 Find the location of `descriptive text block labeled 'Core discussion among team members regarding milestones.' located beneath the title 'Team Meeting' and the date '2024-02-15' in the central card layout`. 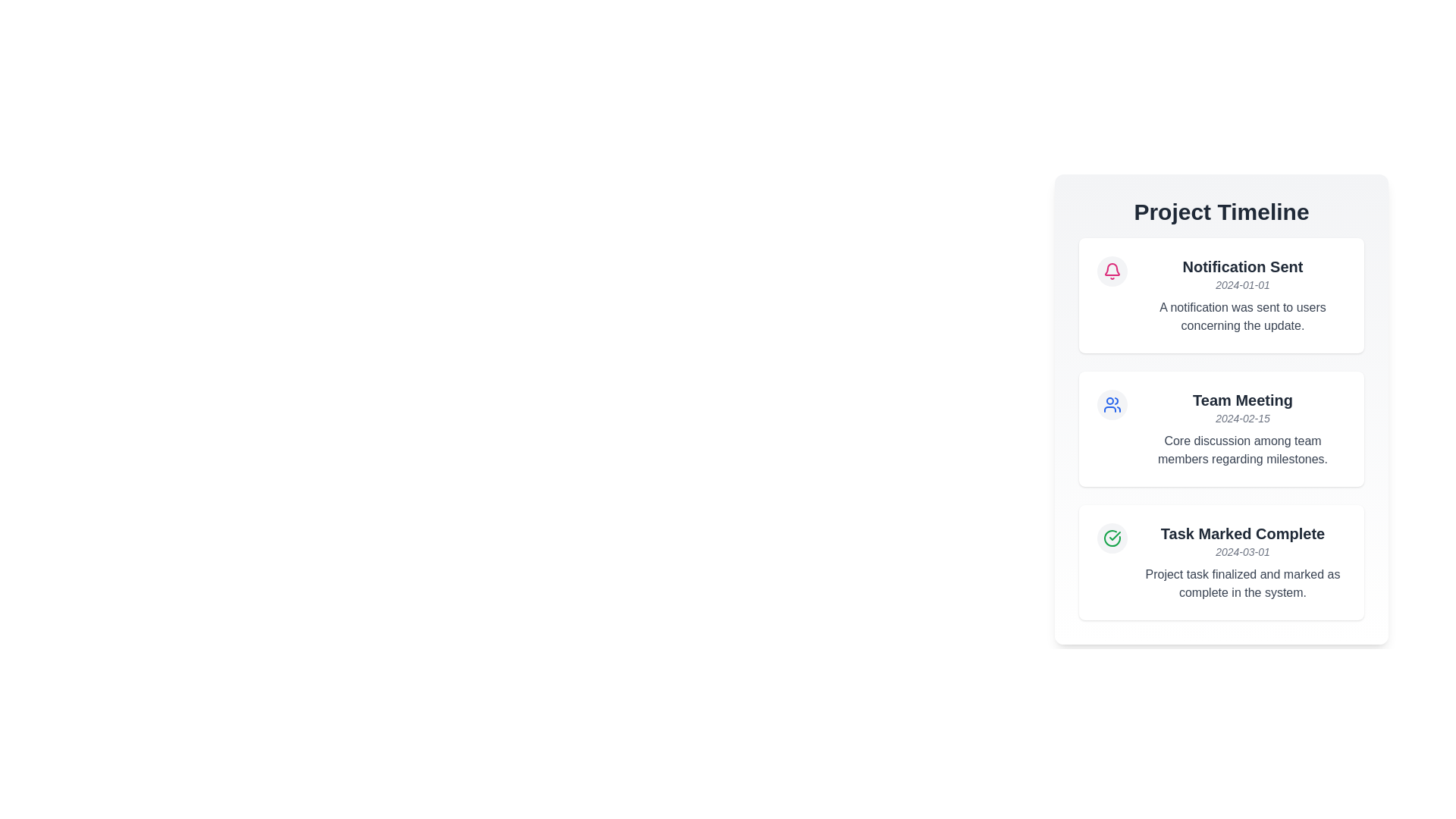

descriptive text block labeled 'Core discussion among team members regarding milestones.' located beneath the title 'Team Meeting' and the date '2024-02-15' in the central card layout is located at coordinates (1242, 450).